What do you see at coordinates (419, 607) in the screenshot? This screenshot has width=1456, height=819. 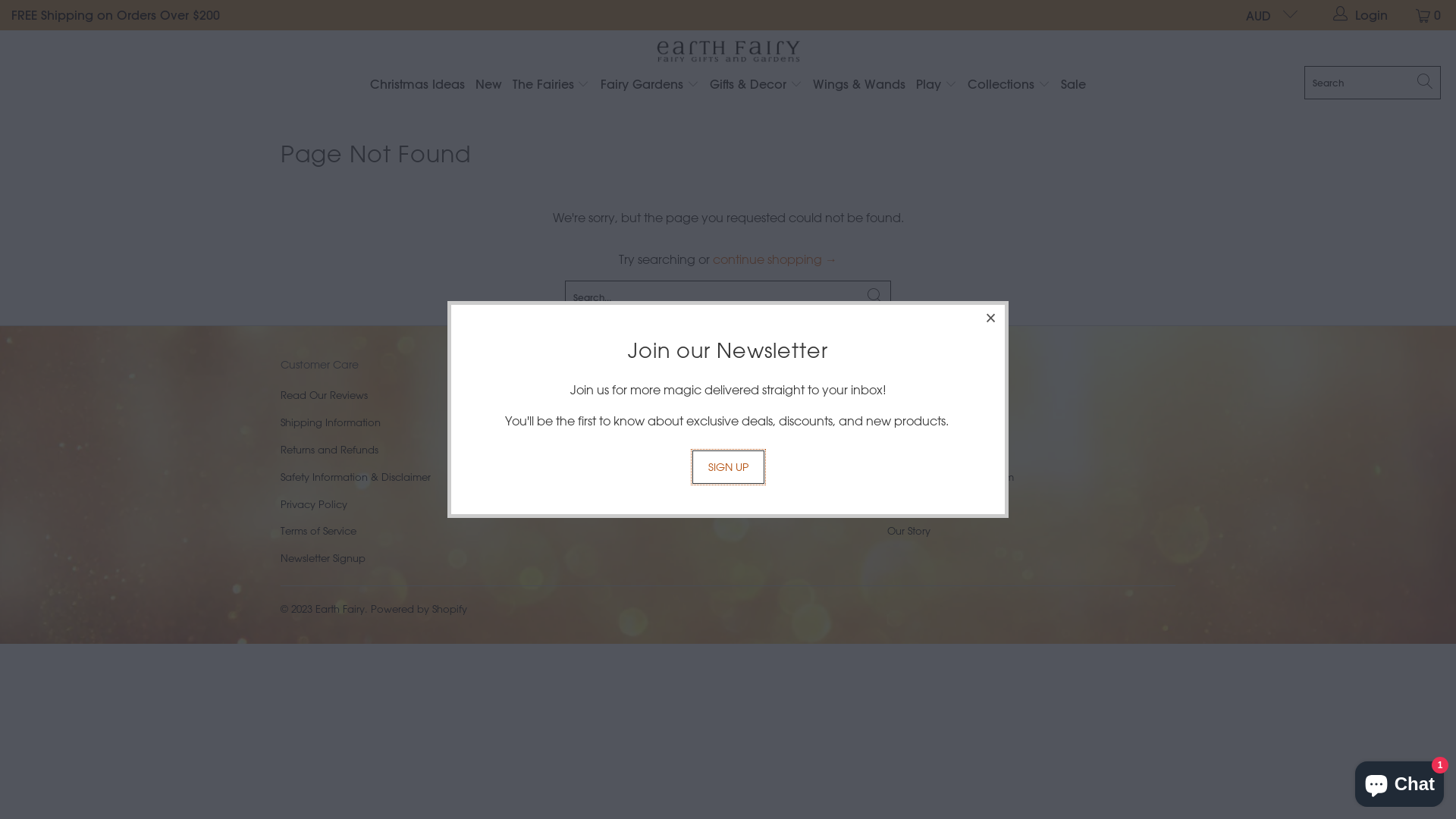 I see `'Powered by Shopify'` at bounding box center [419, 607].